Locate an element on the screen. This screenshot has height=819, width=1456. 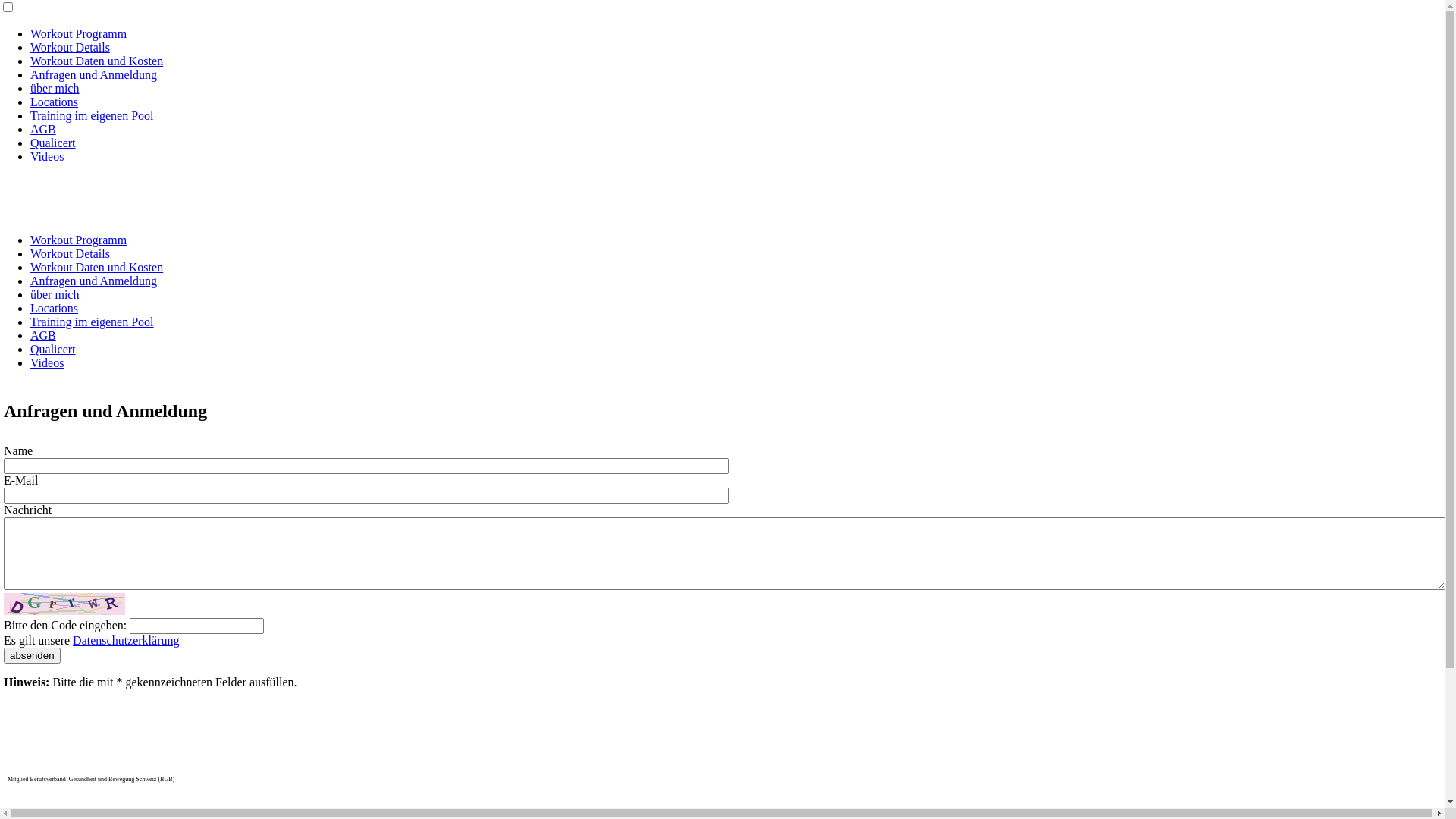
'Workout Programm' is located at coordinates (77, 33).